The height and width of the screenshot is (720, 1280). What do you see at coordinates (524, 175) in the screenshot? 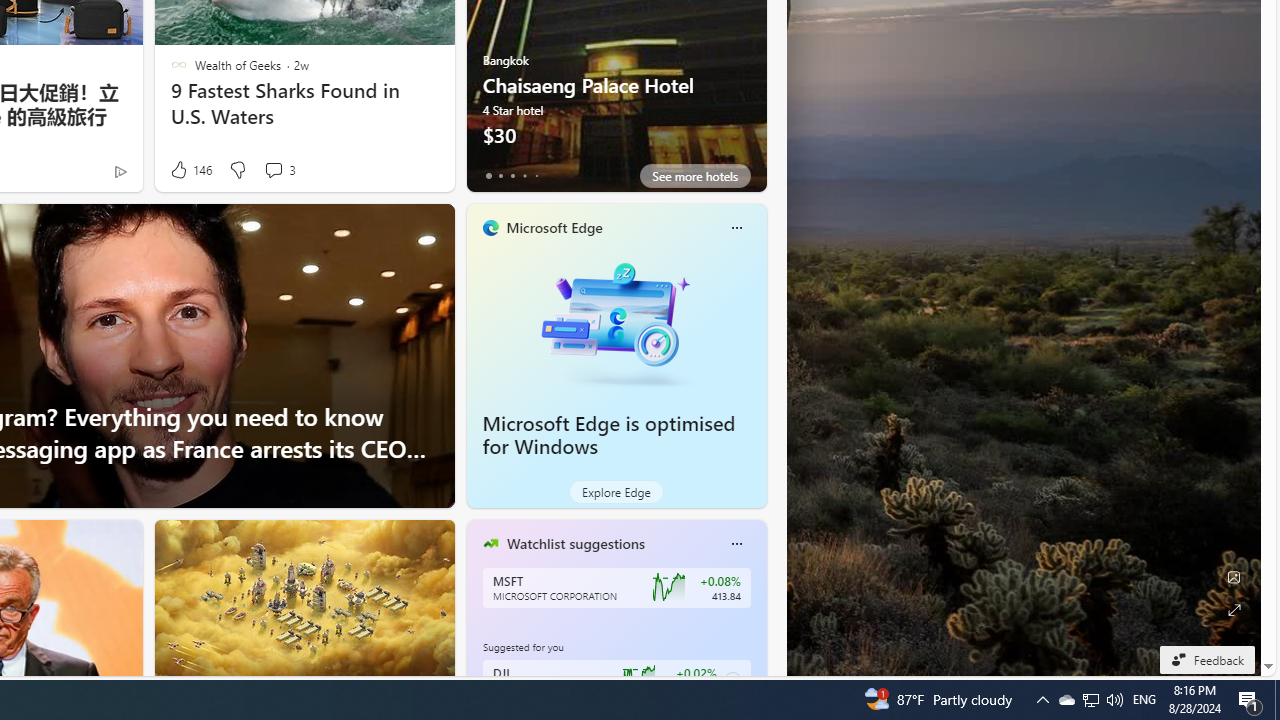
I see `'tab-3'` at bounding box center [524, 175].